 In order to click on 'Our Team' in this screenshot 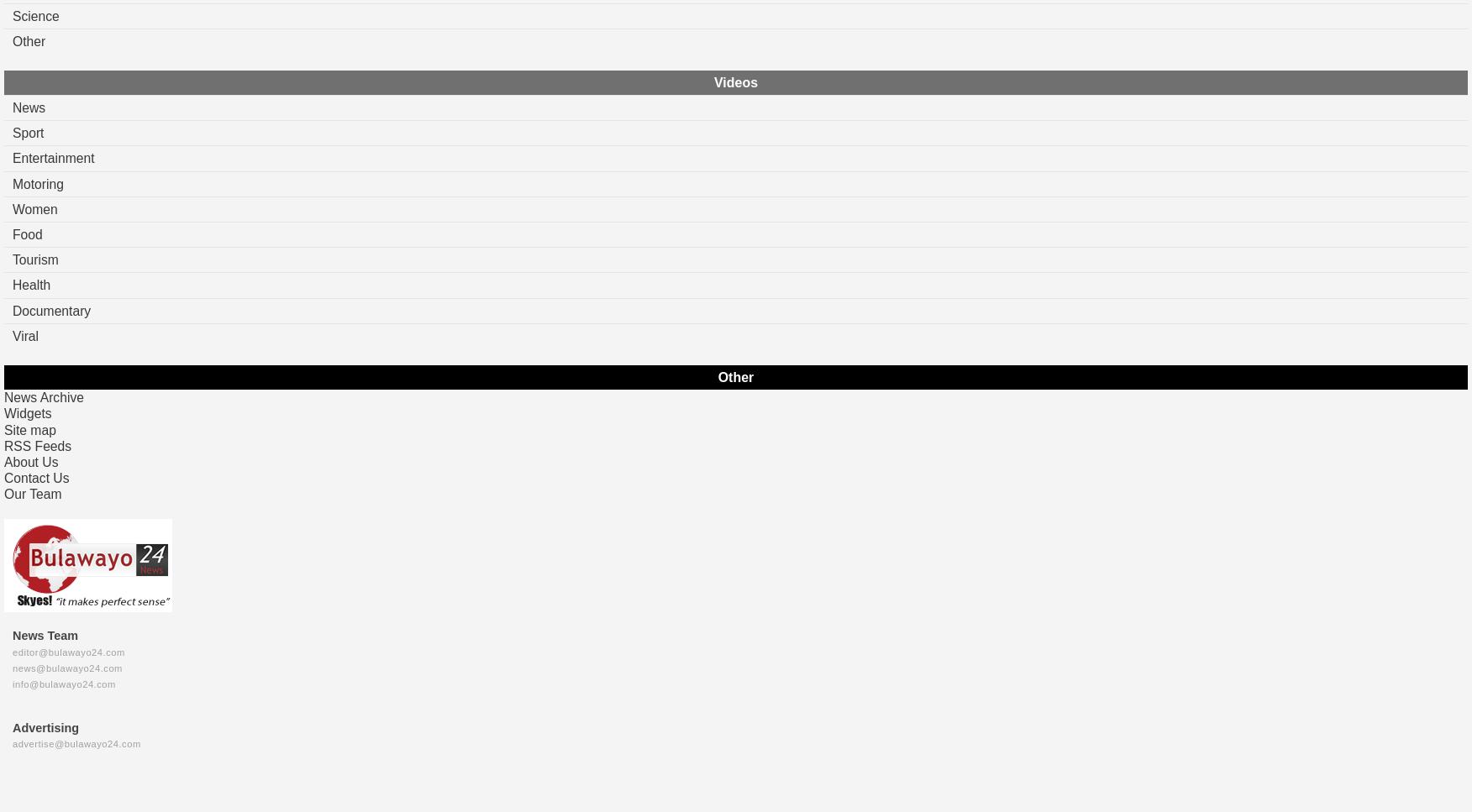, I will do `click(33, 493)`.